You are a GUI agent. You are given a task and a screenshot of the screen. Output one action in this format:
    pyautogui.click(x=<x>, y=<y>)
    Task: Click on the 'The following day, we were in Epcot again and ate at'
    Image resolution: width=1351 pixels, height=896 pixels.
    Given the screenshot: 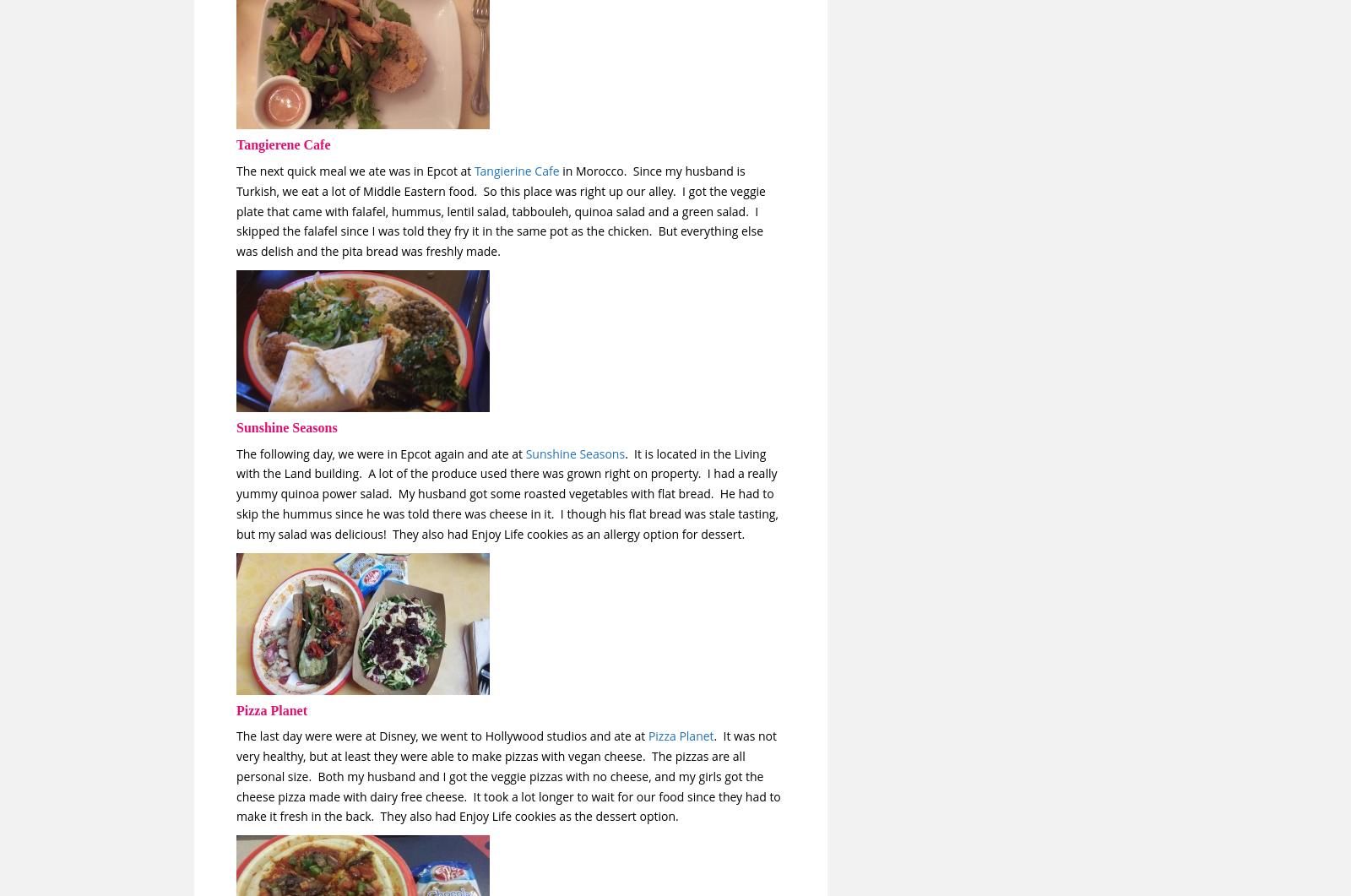 What is the action you would take?
    pyautogui.click(x=380, y=452)
    